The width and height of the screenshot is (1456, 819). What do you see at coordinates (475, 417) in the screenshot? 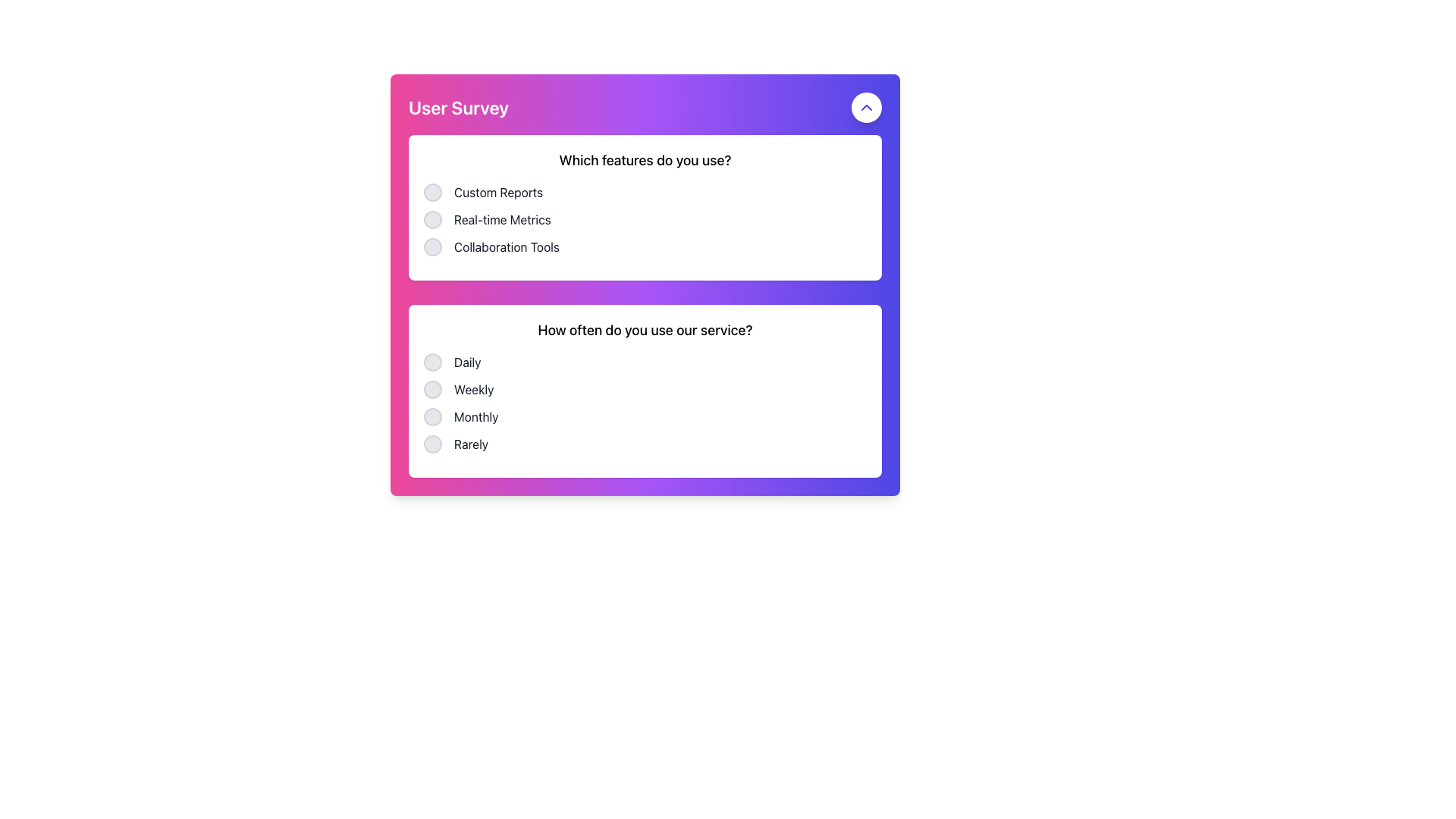
I see `text from the 'Monthly' label, which is styled in dark gray and aligned to the right of a circular radio selection interface in the user survey form` at bounding box center [475, 417].